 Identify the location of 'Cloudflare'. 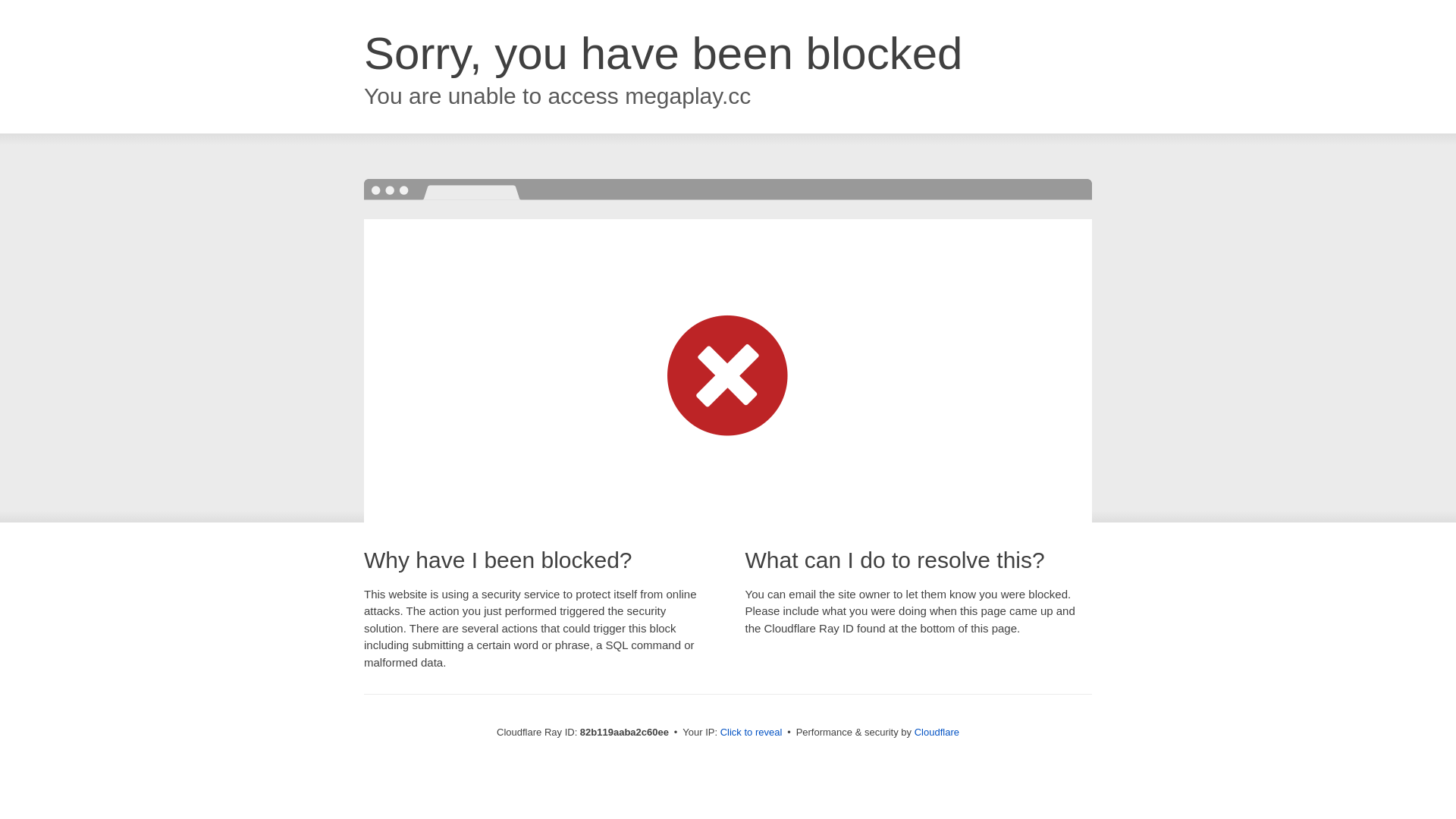
(936, 731).